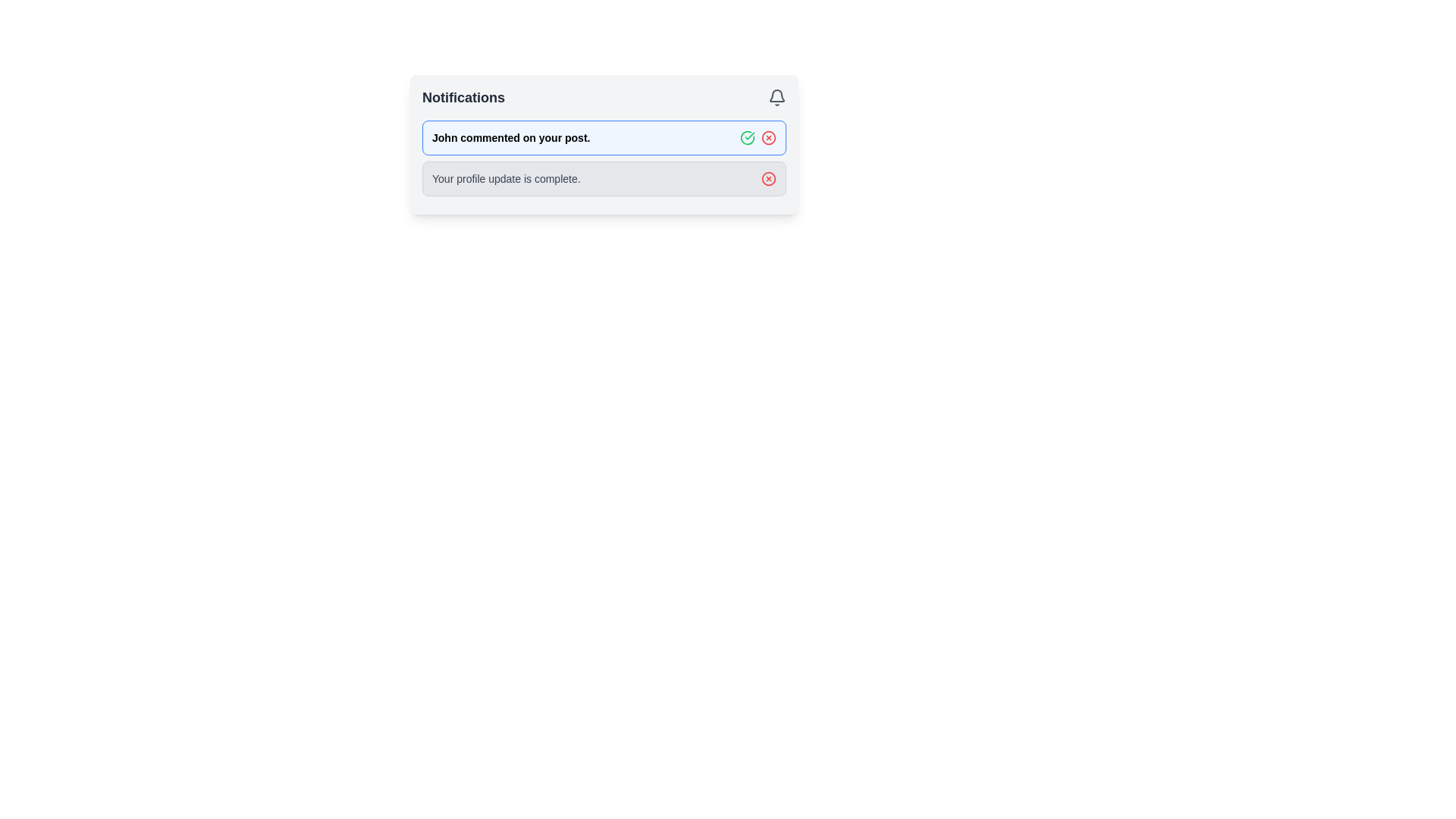 This screenshot has height=819, width=1456. I want to click on the text component displaying the message 'Your profile update is complete.' in the second notification block of the notifications panel, so click(506, 177).